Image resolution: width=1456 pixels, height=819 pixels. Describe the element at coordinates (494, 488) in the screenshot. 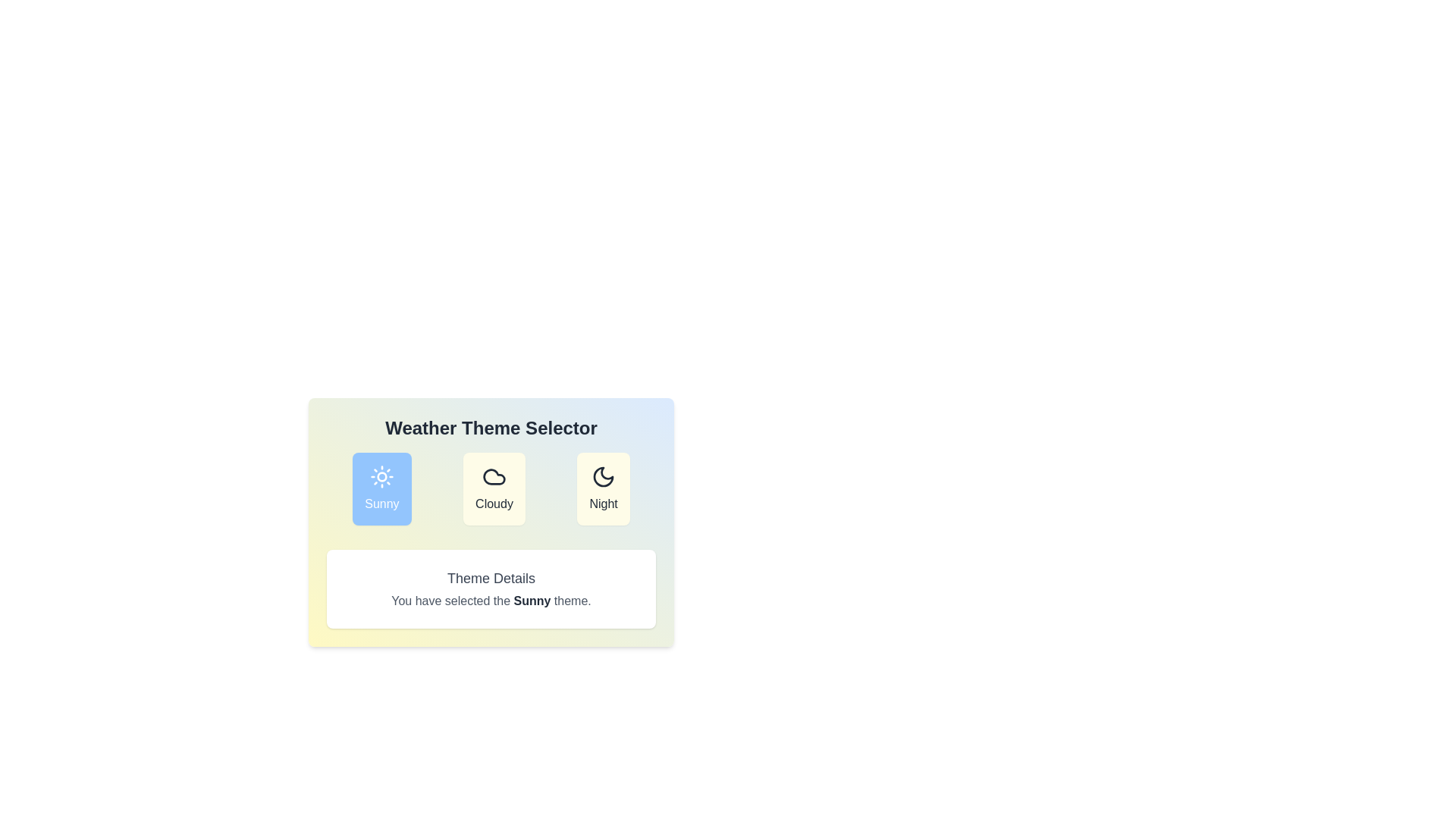

I see `the button corresponding to the selected theme: Cloudy` at that location.